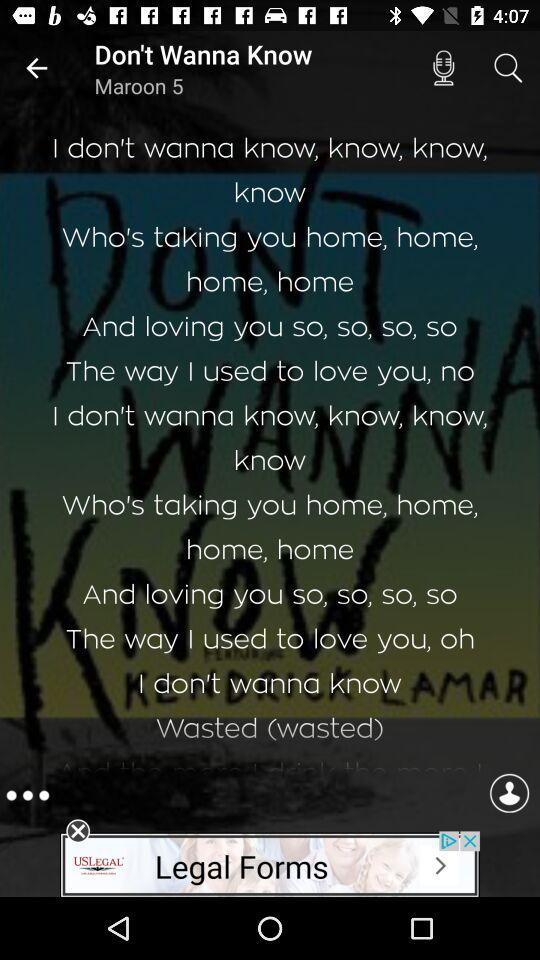 This screenshot has height=960, width=540. Describe the element at coordinates (509, 796) in the screenshot. I see `the avatar icon` at that location.